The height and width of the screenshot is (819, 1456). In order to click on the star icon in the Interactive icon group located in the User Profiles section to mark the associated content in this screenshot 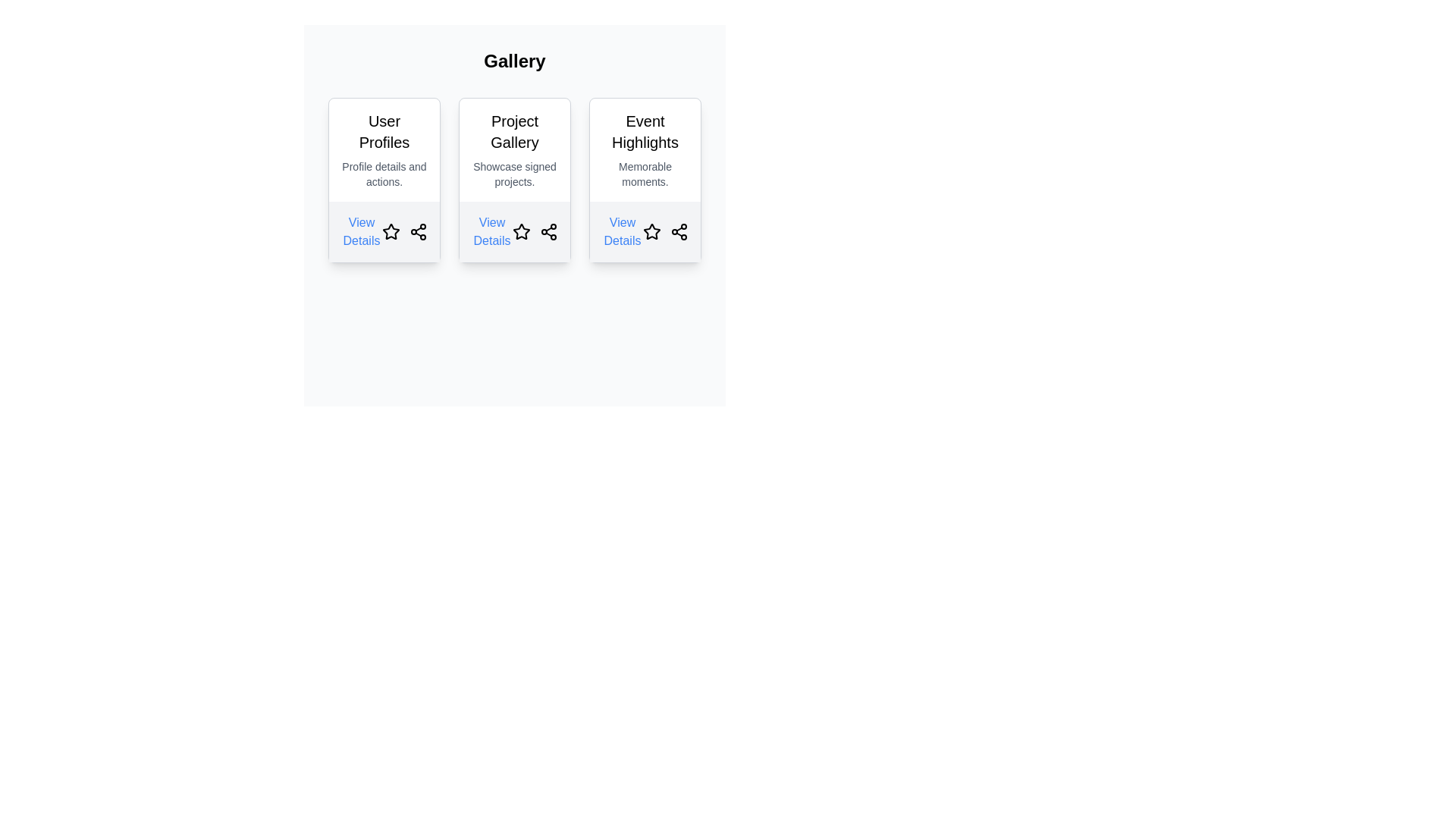, I will do `click(404, 231)`.